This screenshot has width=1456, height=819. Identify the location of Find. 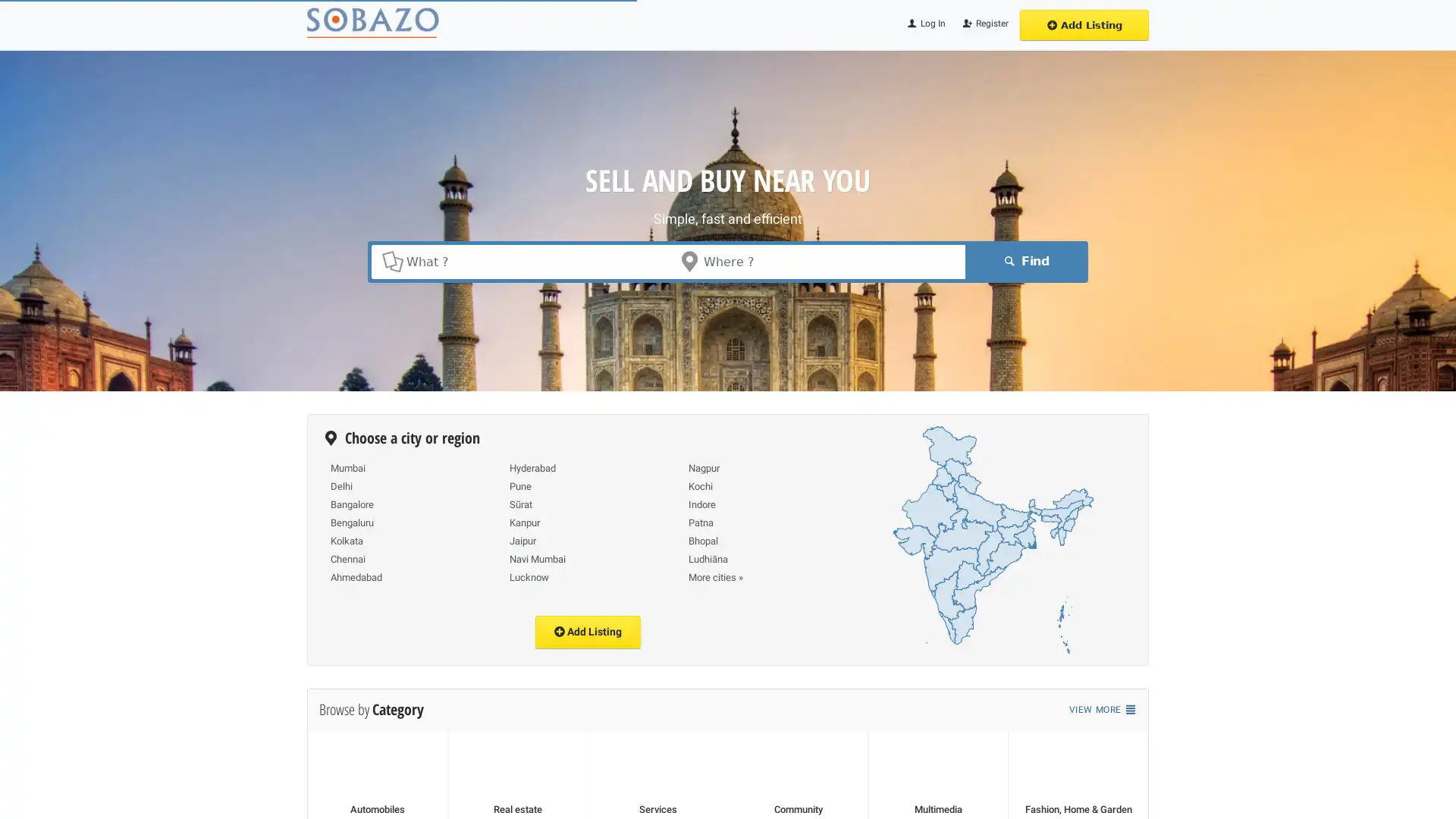
(1024, 260).